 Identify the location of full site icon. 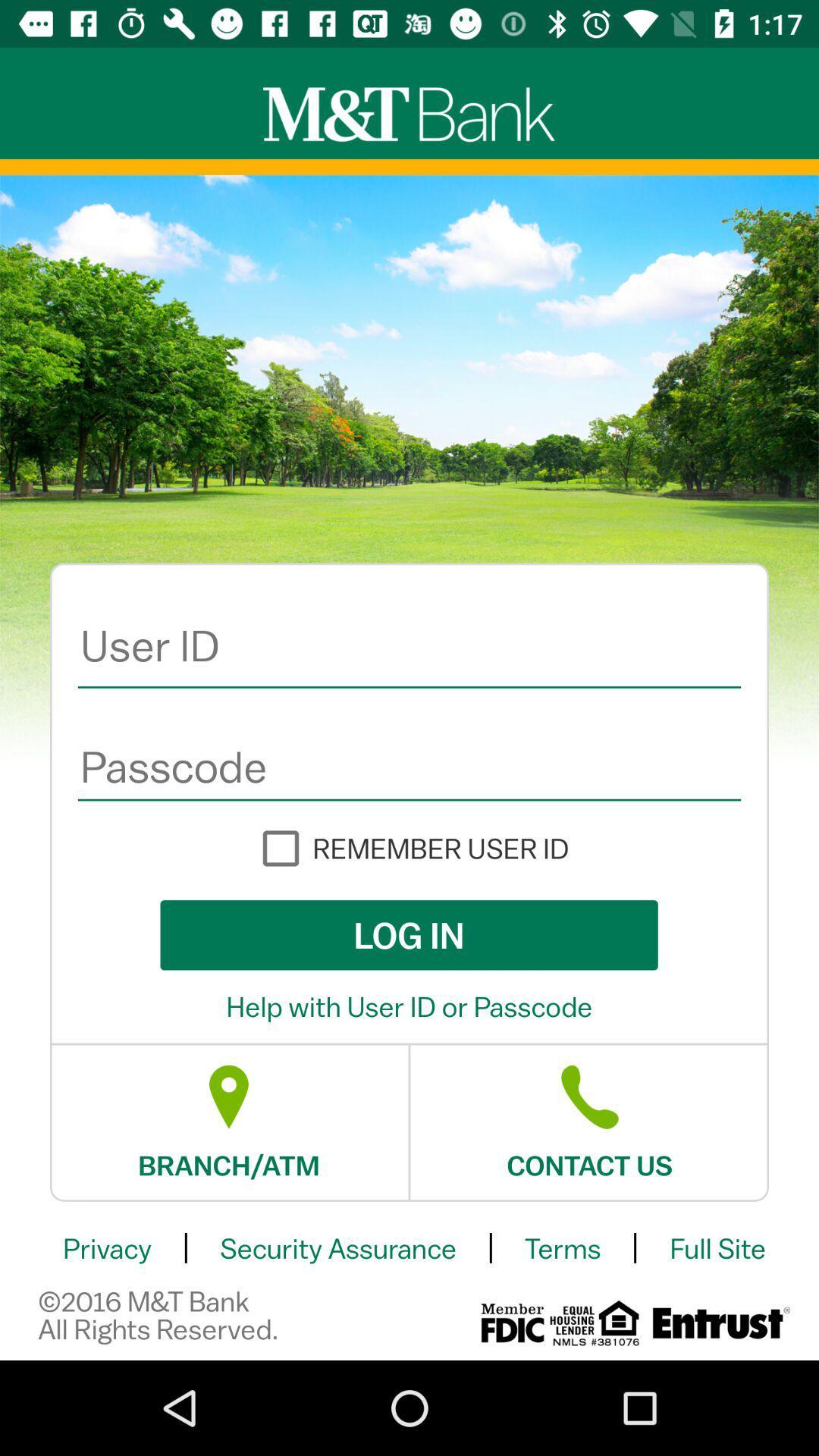
(717, 1248).